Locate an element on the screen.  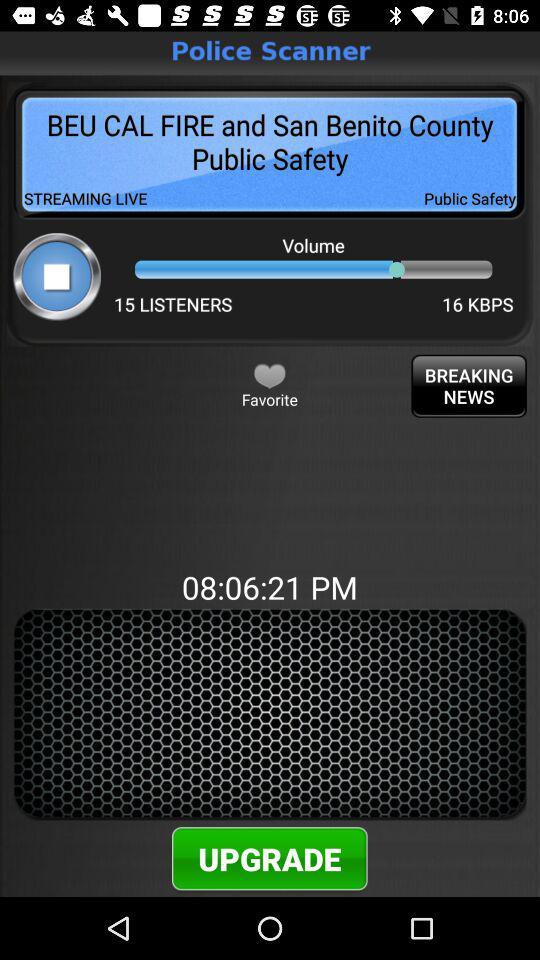
the button us used to add it to the favorite is located at coordinates (269, 374).